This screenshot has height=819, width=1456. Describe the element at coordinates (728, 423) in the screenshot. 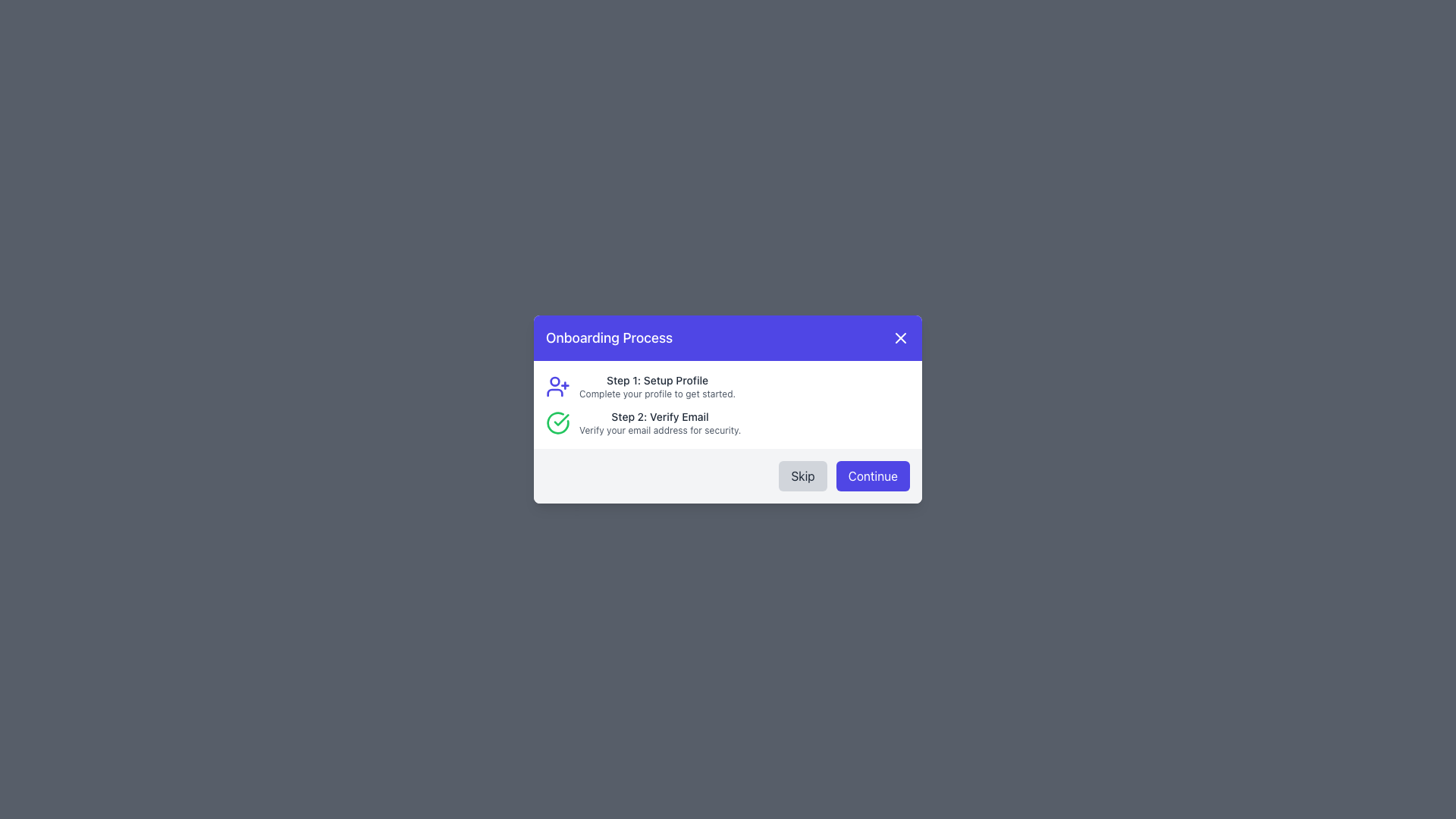

I see `the non-interactive informational component that informs the user about the second step in the onboarding process, which is verifying their email address` at that location.